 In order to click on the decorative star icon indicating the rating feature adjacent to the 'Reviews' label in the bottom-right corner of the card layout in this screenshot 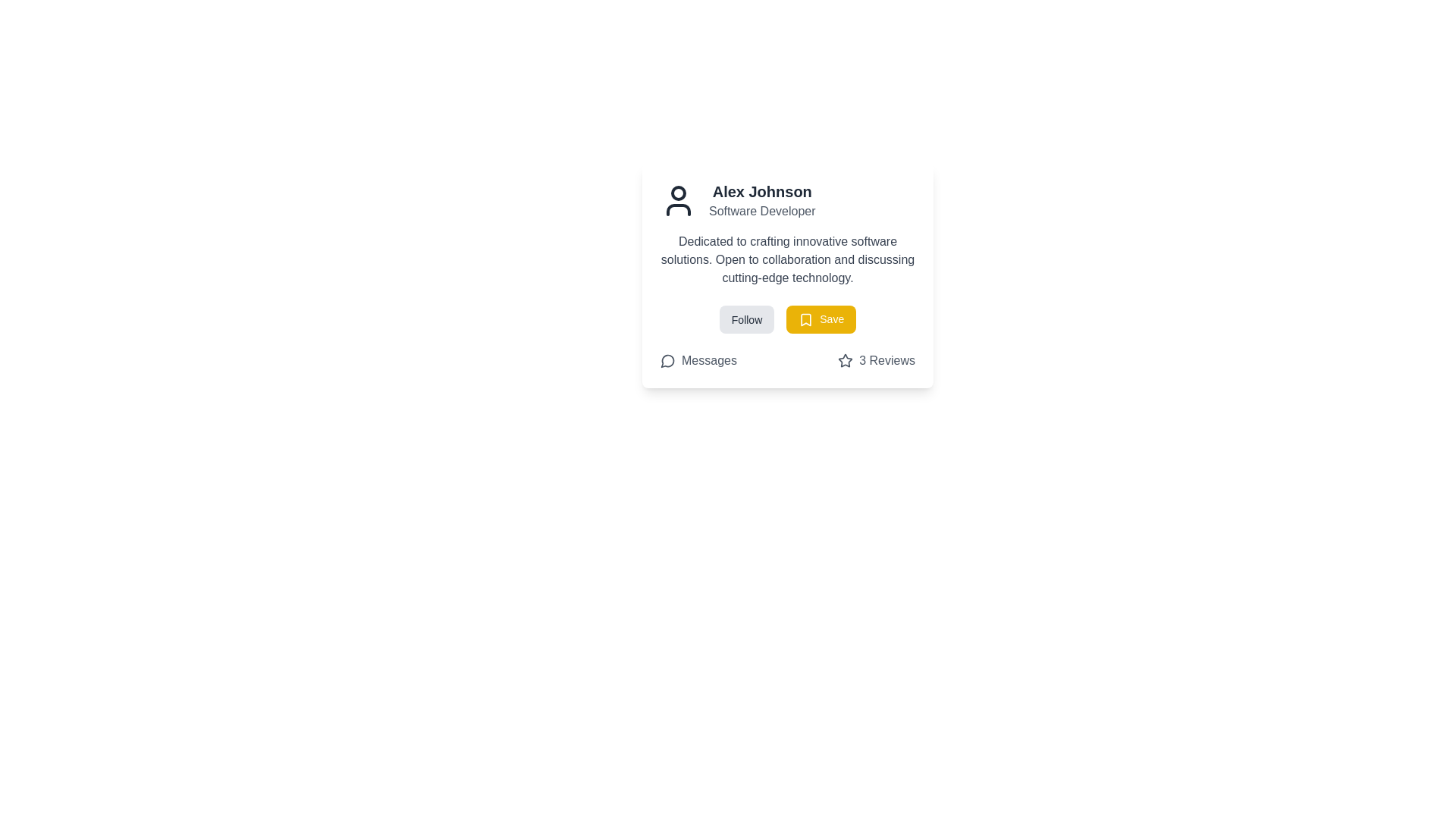, I will do `click(845, 360)`.